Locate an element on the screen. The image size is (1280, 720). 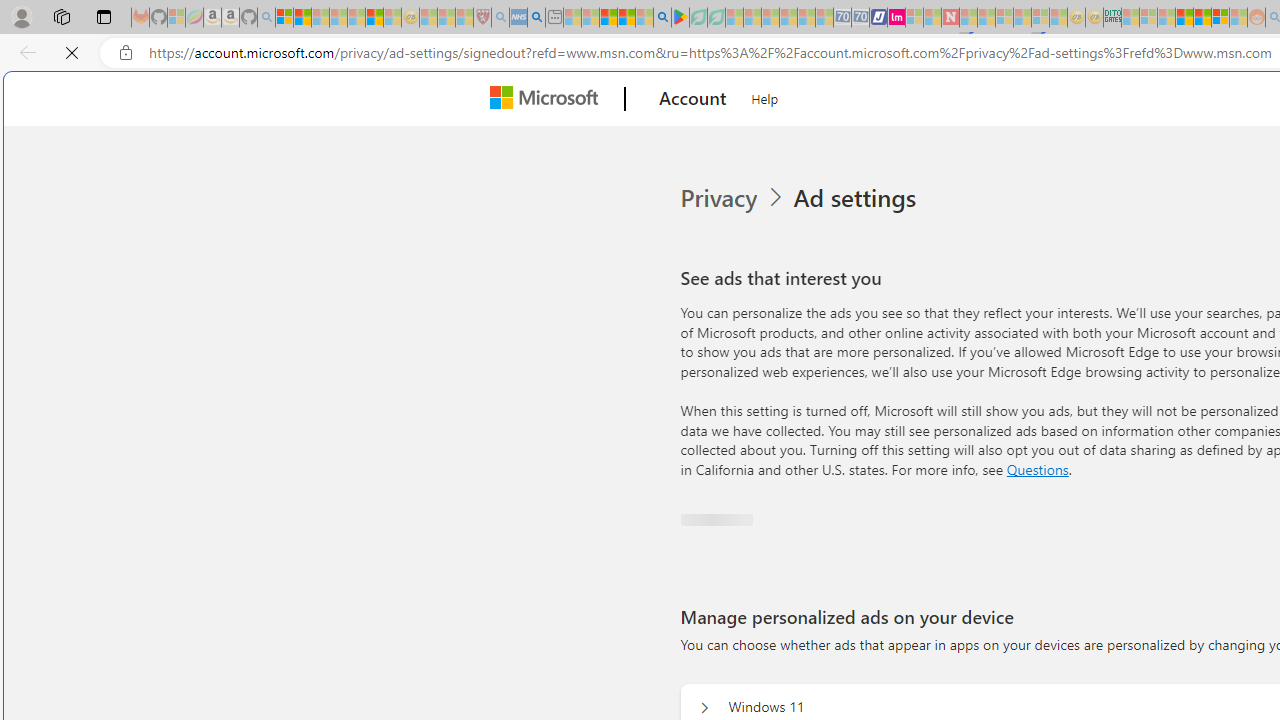
'Local - MSN - Sleeping' is located at coordinates (463, 17).